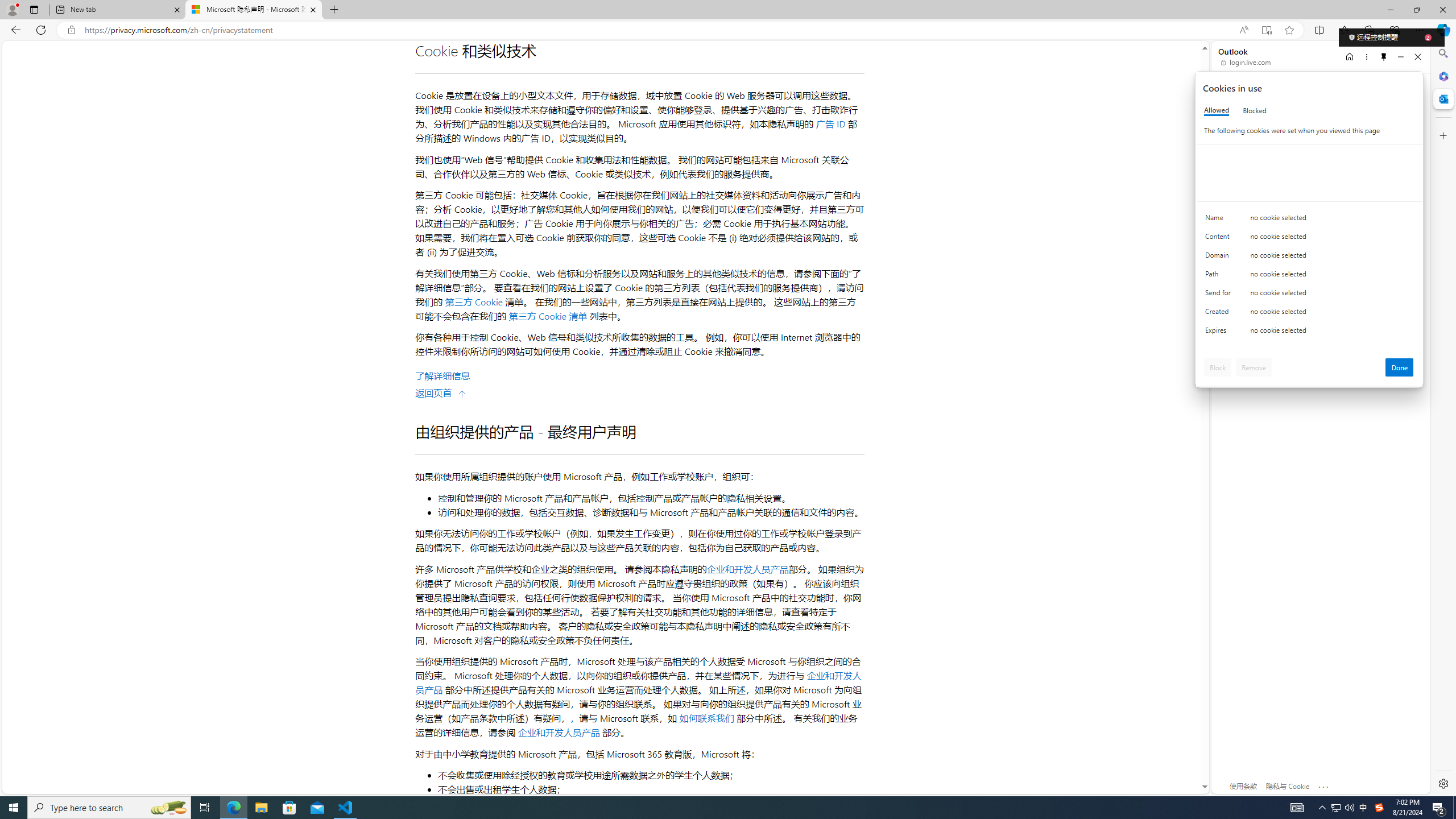 The width and height of the screenshot is (1456, 819). What do you see at coordinates (1219, 313) in the screenshot?
I see `'Created'` at bounding box center [1219, 313].